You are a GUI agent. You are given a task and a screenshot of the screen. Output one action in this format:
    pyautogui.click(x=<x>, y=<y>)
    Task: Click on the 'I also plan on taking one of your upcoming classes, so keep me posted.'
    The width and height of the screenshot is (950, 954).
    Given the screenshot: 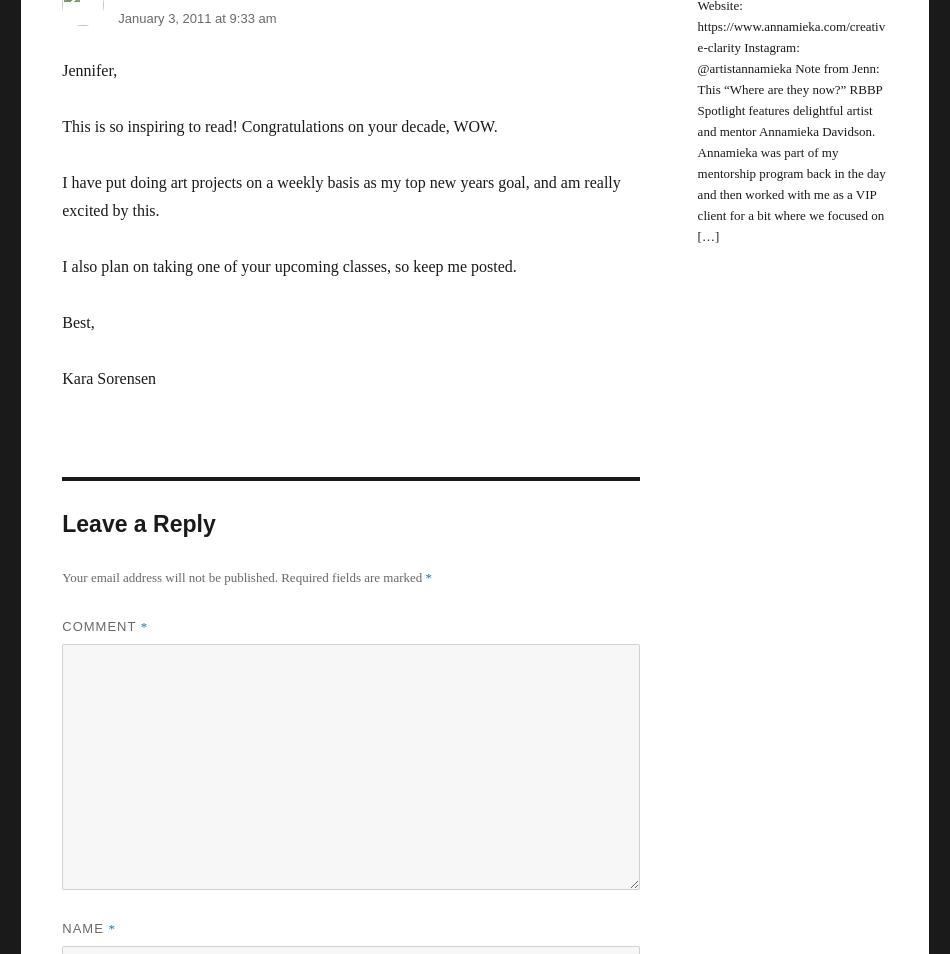 What is the action you would take?
    pyautogui.click(x=287, y=266)
    